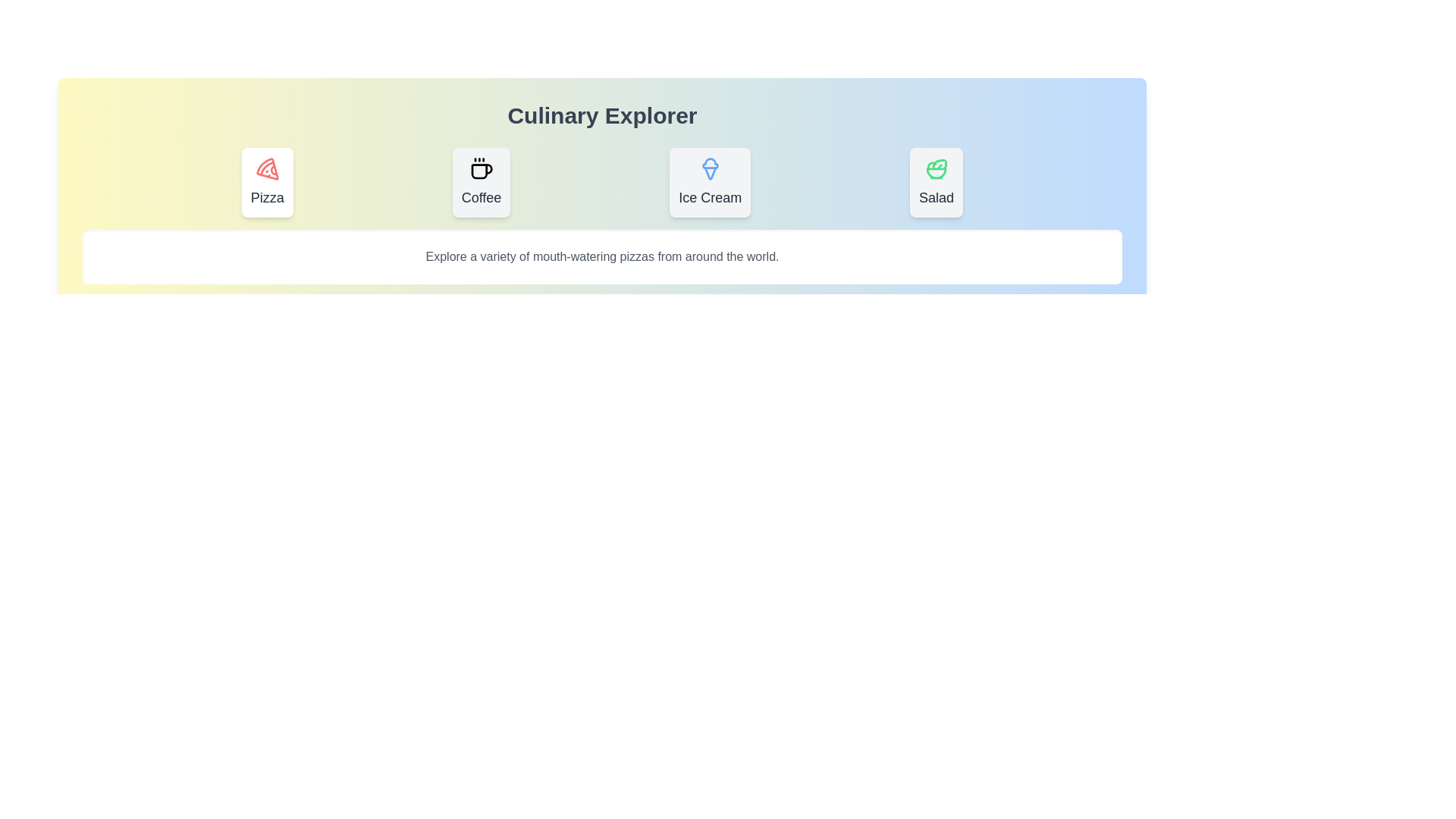 This screenshot has height=819, width=1456. What do you see at coordinates (100, 247) in the screenshot?
I see `the text in the content area and copy it to the clipboard` at bounding box center [100, 247].